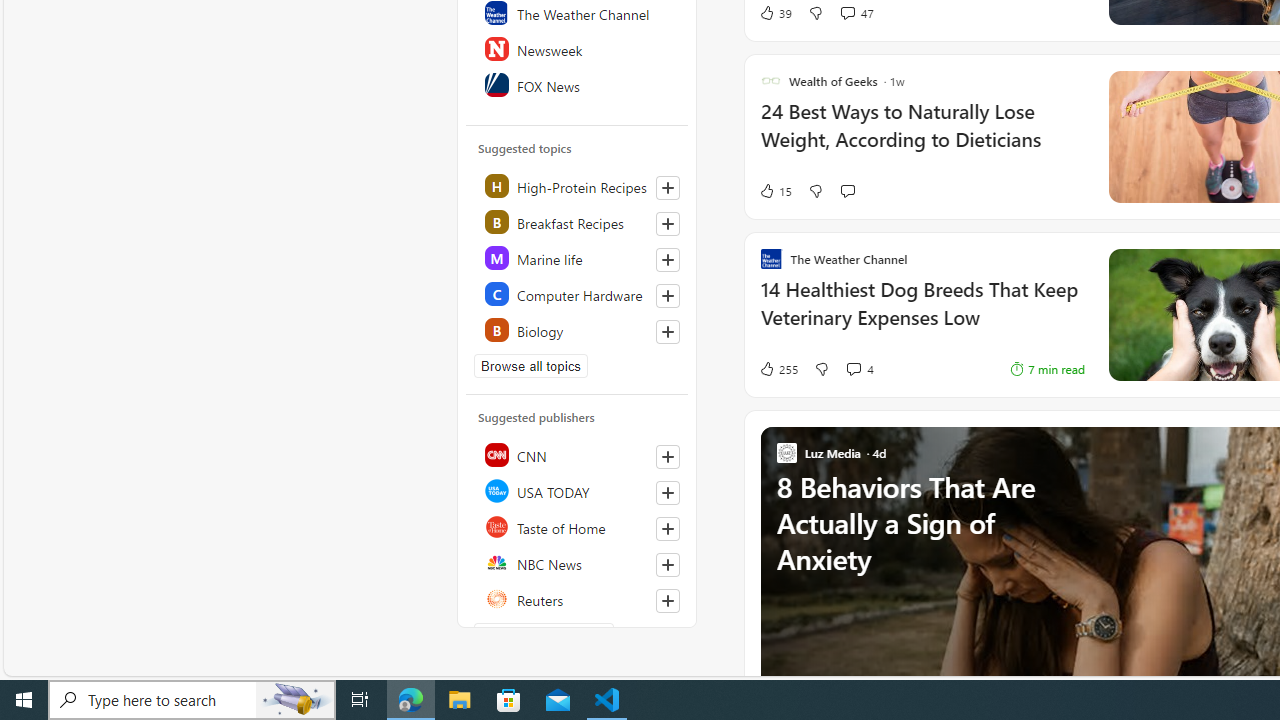 Image resolution: width=1280 pixels, height=720 pixels. What do you see at coordinates (859, 368) in the screenshot?
I see `'View comments 4 Comment'` at bounding box center [859, 368].